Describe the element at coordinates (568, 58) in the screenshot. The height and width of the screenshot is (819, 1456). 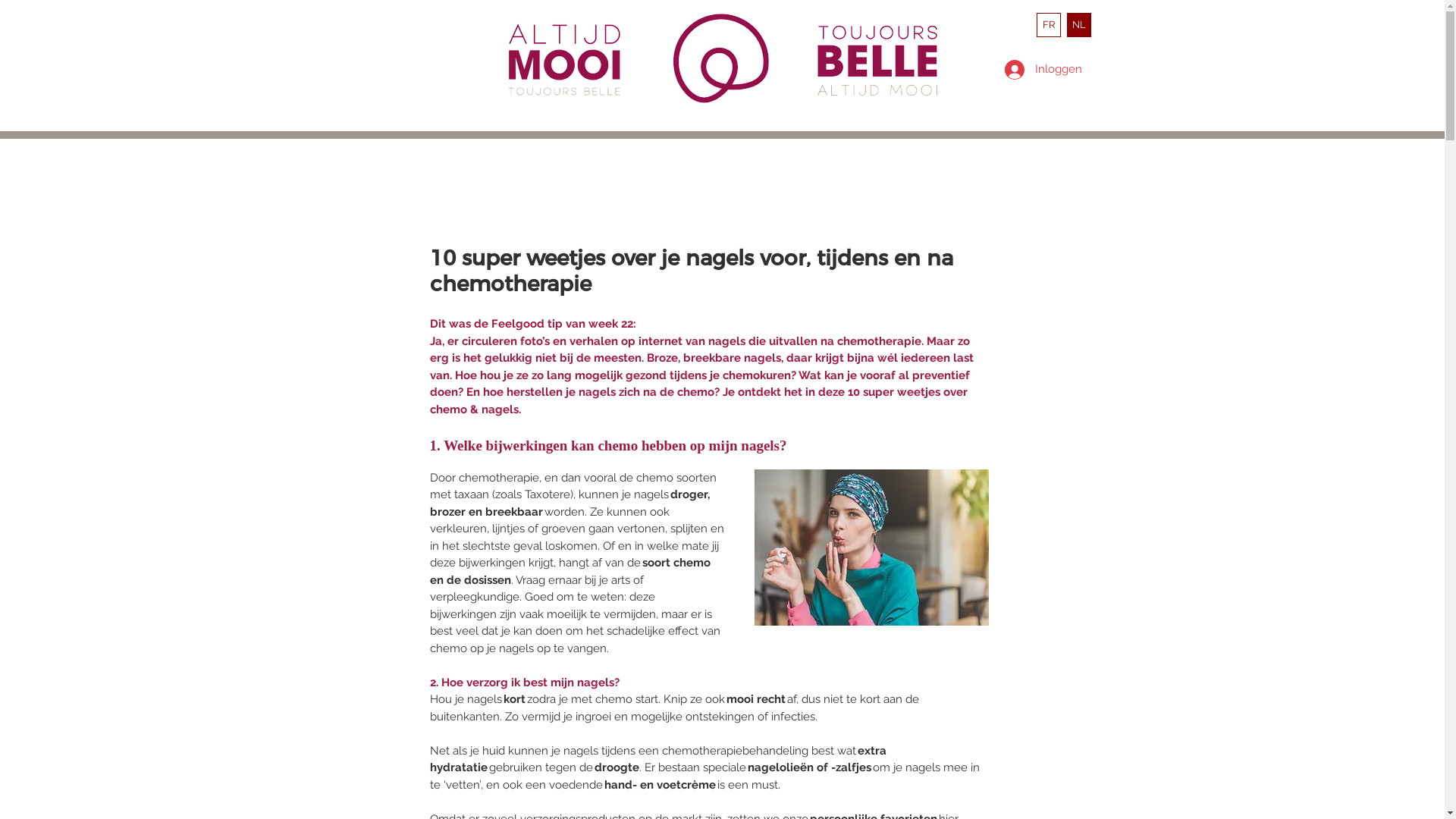
I see `'ALTIJDMOOI_NLLOGOS_HRES_edited_edited.png'` at that location.